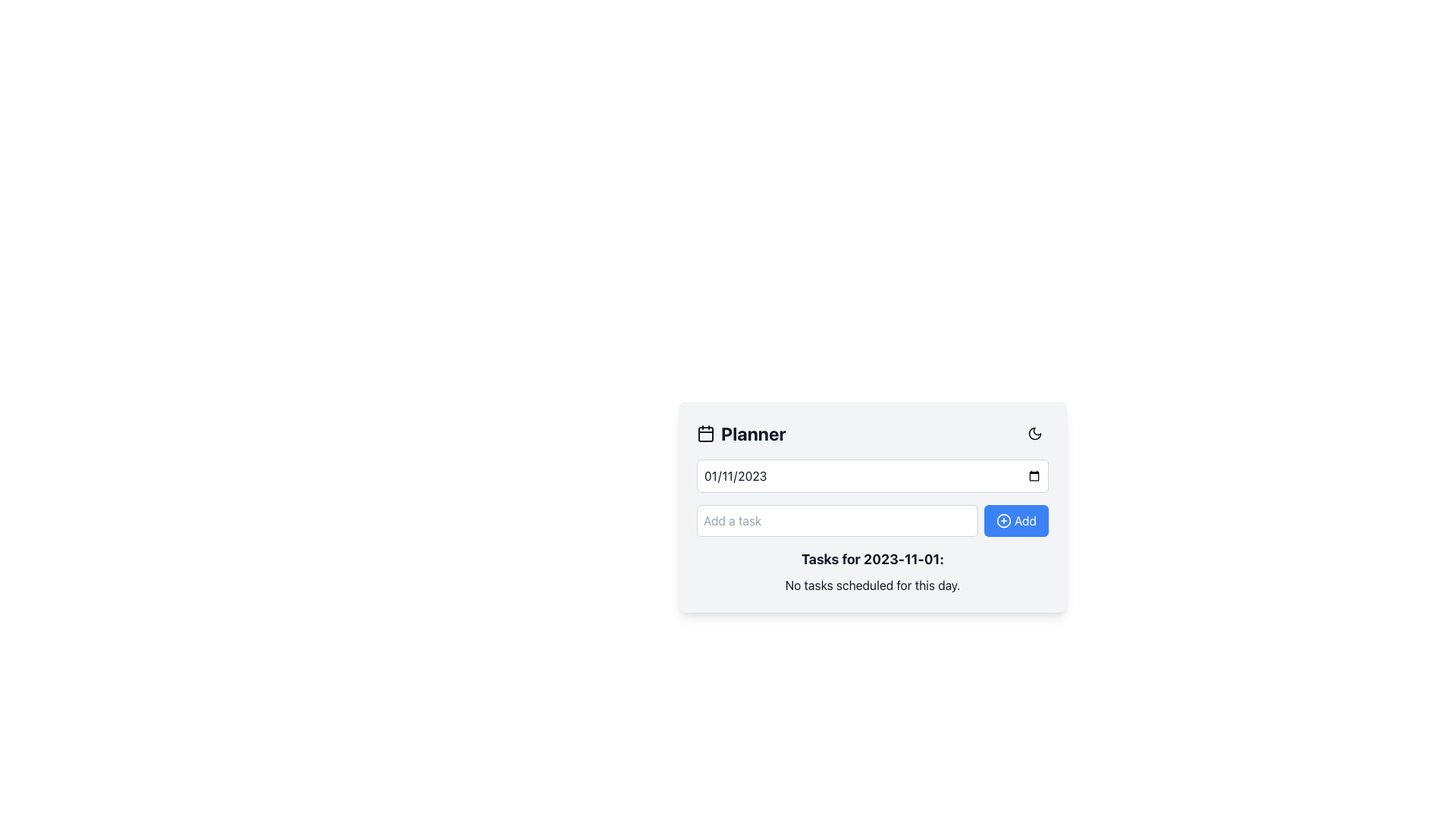  Describe the element at coordinates (1004, 519) in the screenshot. I see `the circular plus icon located to the left of the 'Add' text on a blue button at the bottom right of the planner section` at that location.